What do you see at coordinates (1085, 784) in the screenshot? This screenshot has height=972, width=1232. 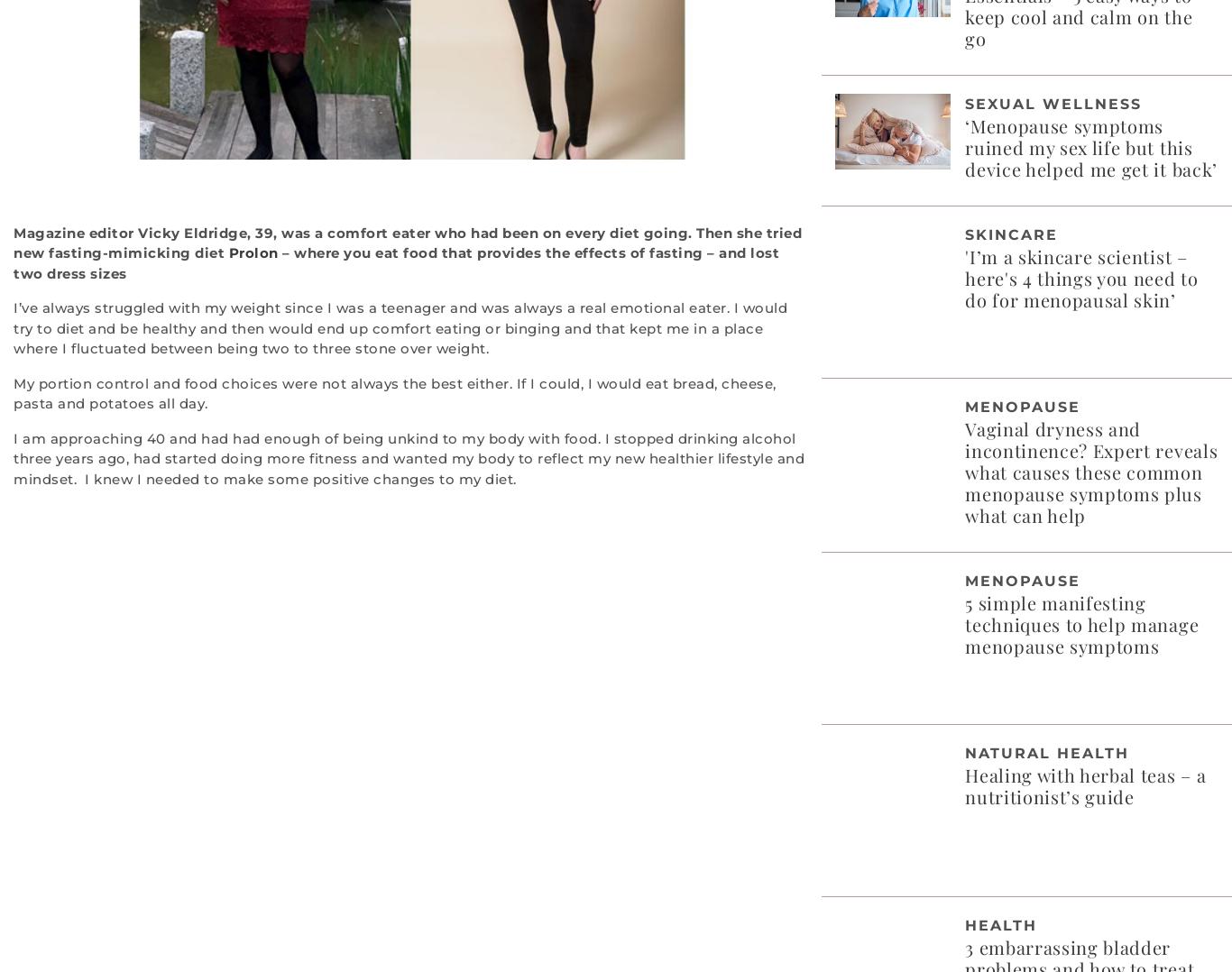 I see `'Healing with herbal teas  – a nutritionist’s guide'` at bounding box center [1085, 784].